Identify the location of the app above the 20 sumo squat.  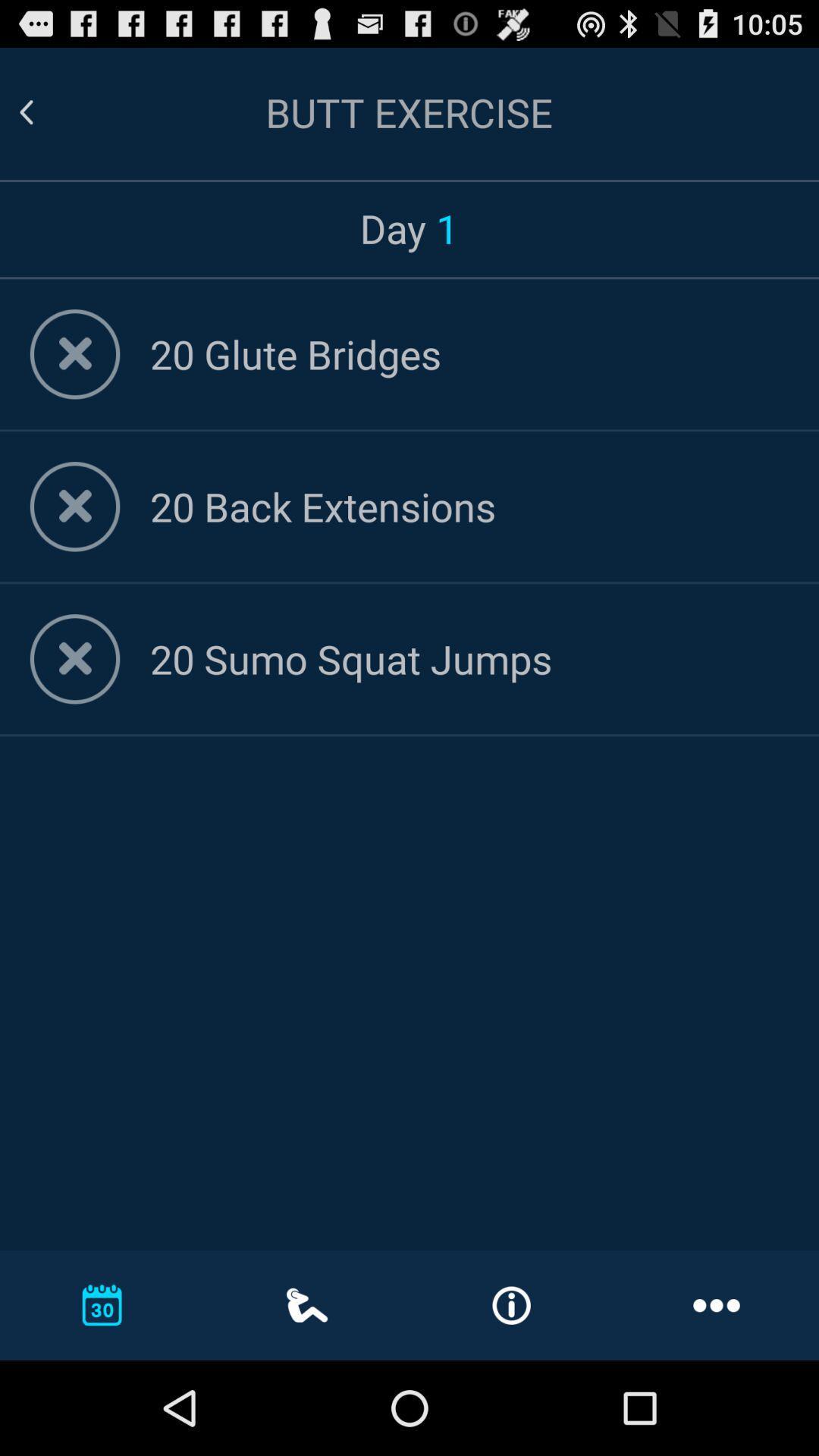
(469, 506).